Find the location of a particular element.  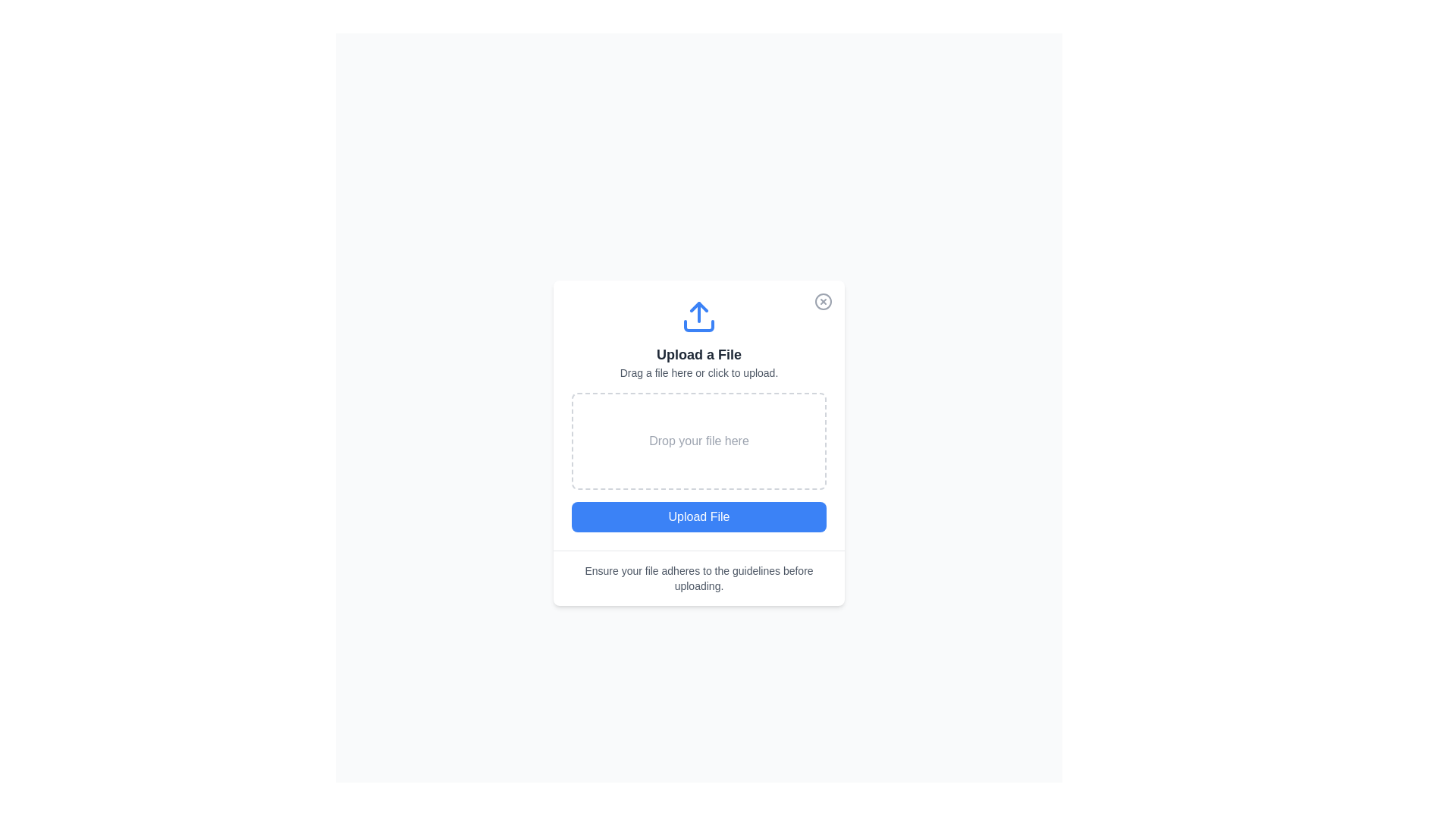

a file over the File upload interface with a white background, rounded corners, and drop-shadow effect, then drop it is located at coordinates (698, 442).